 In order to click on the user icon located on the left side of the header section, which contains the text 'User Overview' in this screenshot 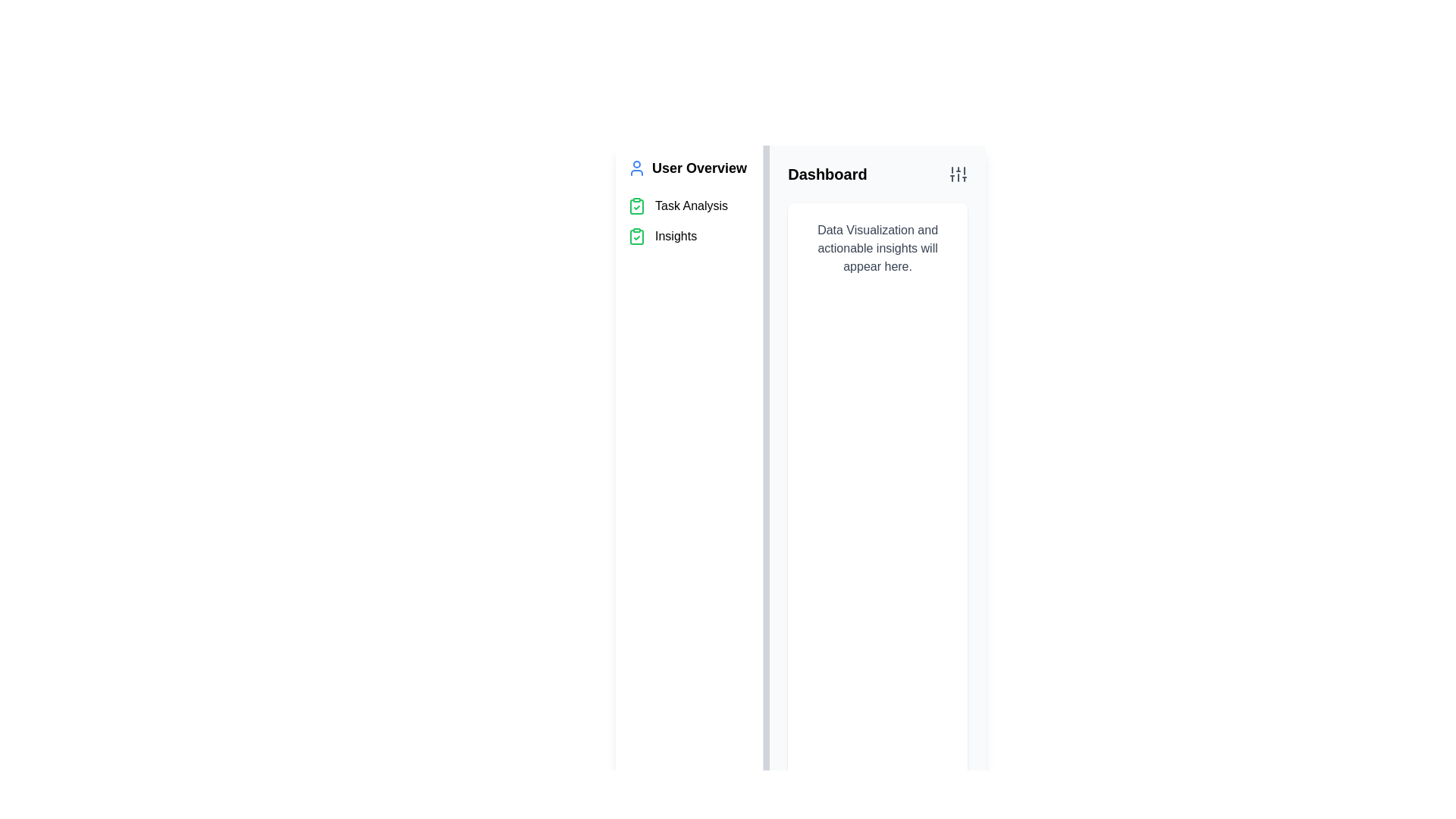, I will do `click(637, 168)`.